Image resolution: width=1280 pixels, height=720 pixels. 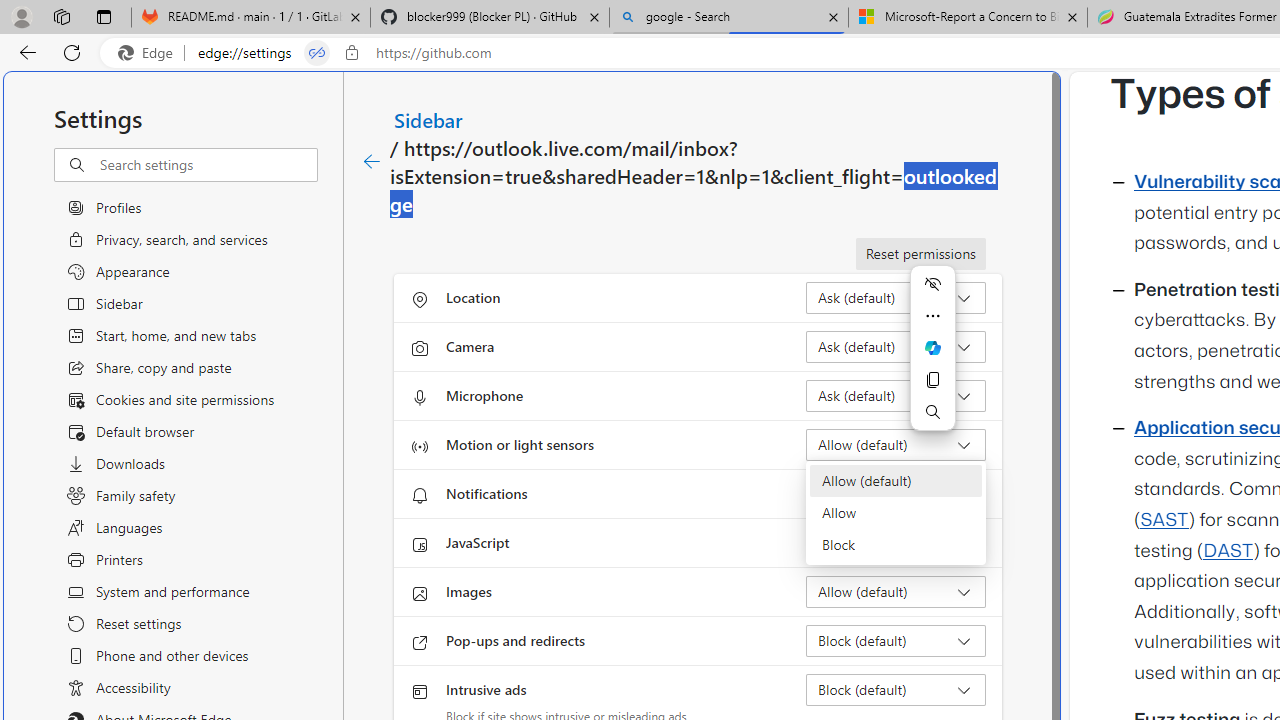 I want to click on 'Microsoft-Report a Concern to Bing', so click(x=967, y=17).